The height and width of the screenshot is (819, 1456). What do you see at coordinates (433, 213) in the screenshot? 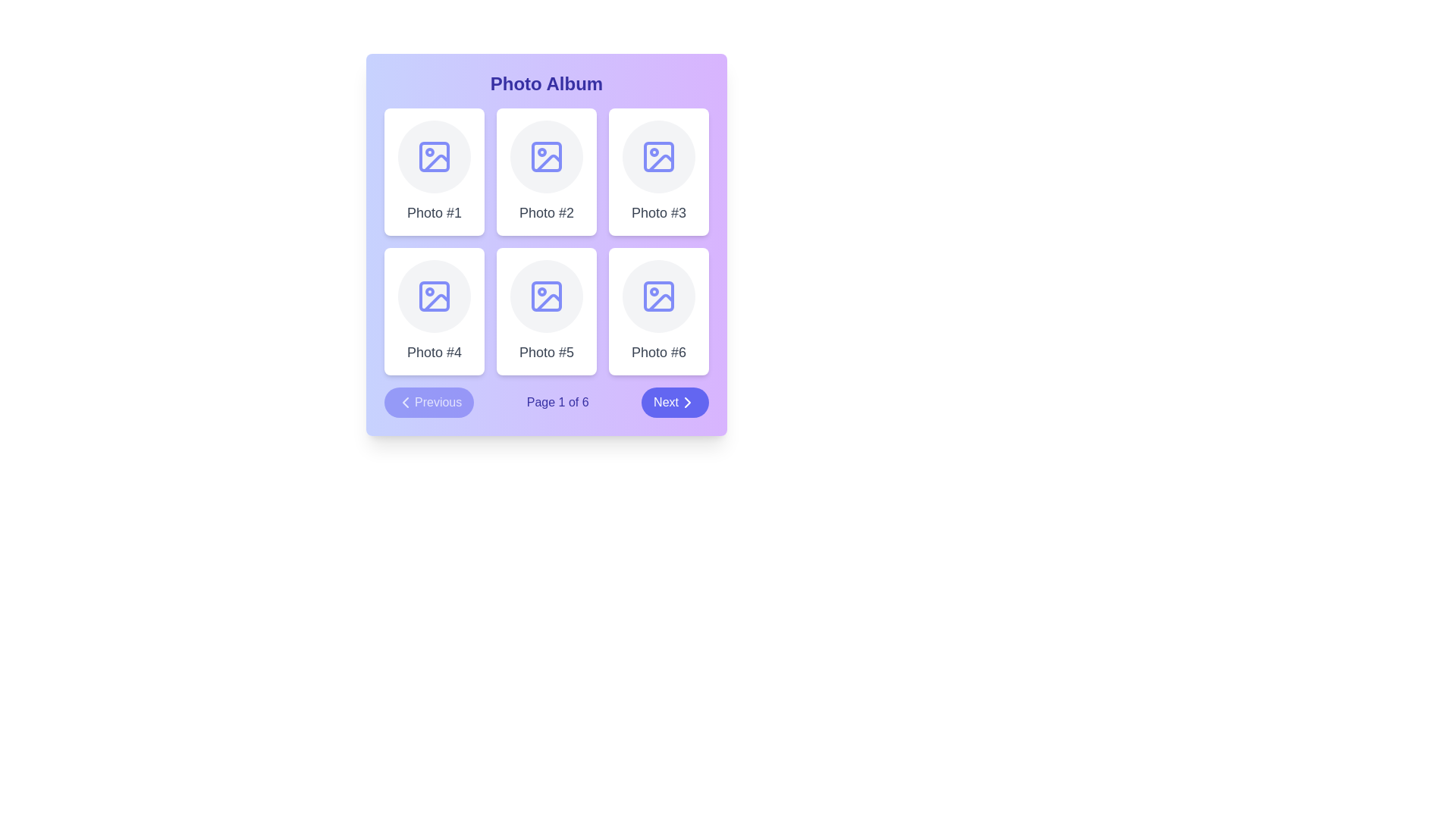
I see `text label that serves as a title for the photo item located in the first cell of a 2x3 grid layout, positioned beneath a circular placeholder image` at bounding box center [433, 213].